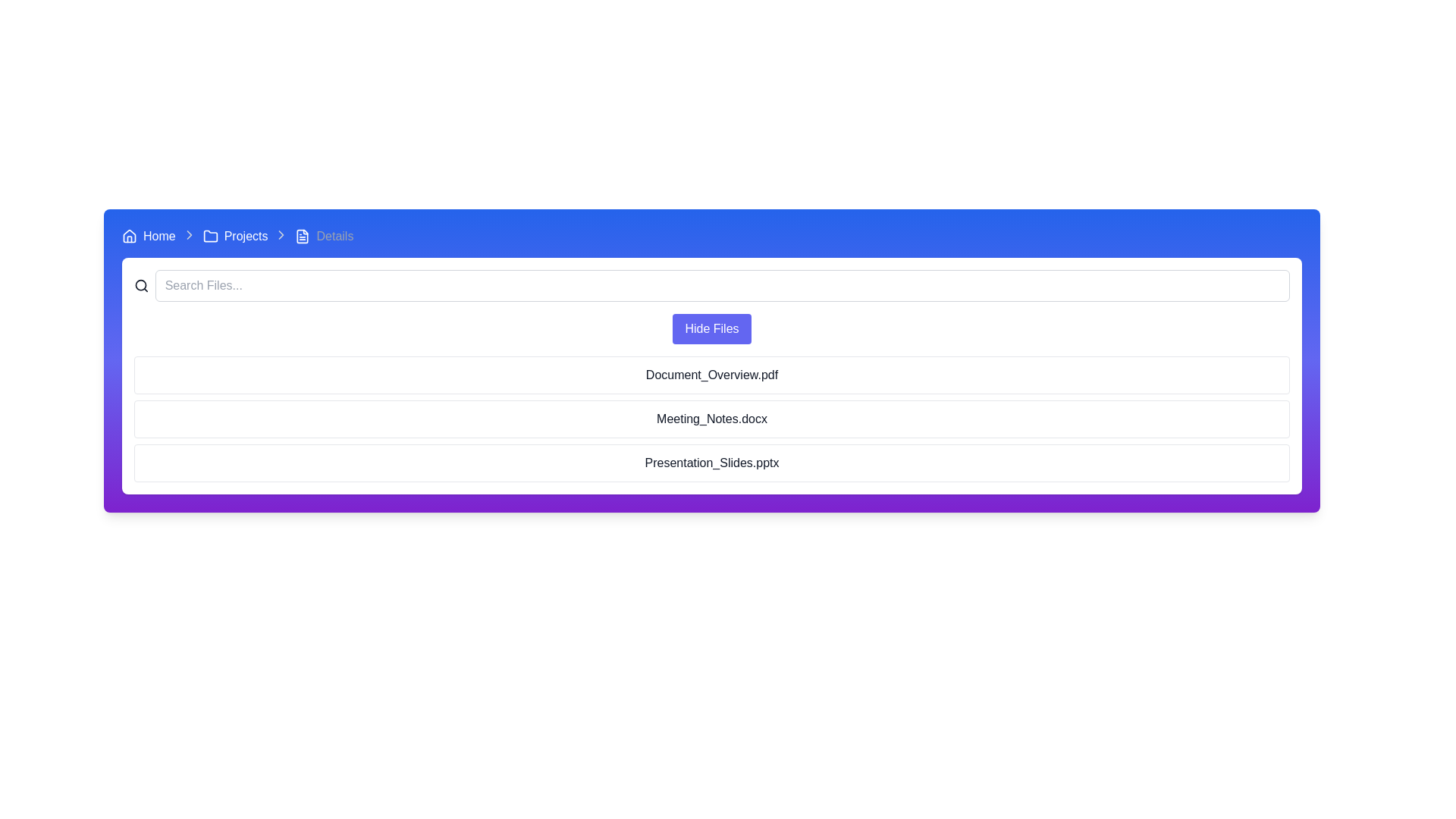 The image size is (1456, 819). Describe the element at coordinates (281, 237) in the screenshot. I see `the right-pointing chevron arrow in the navigation bar located between 'Projects' and 'Details'` at that location.